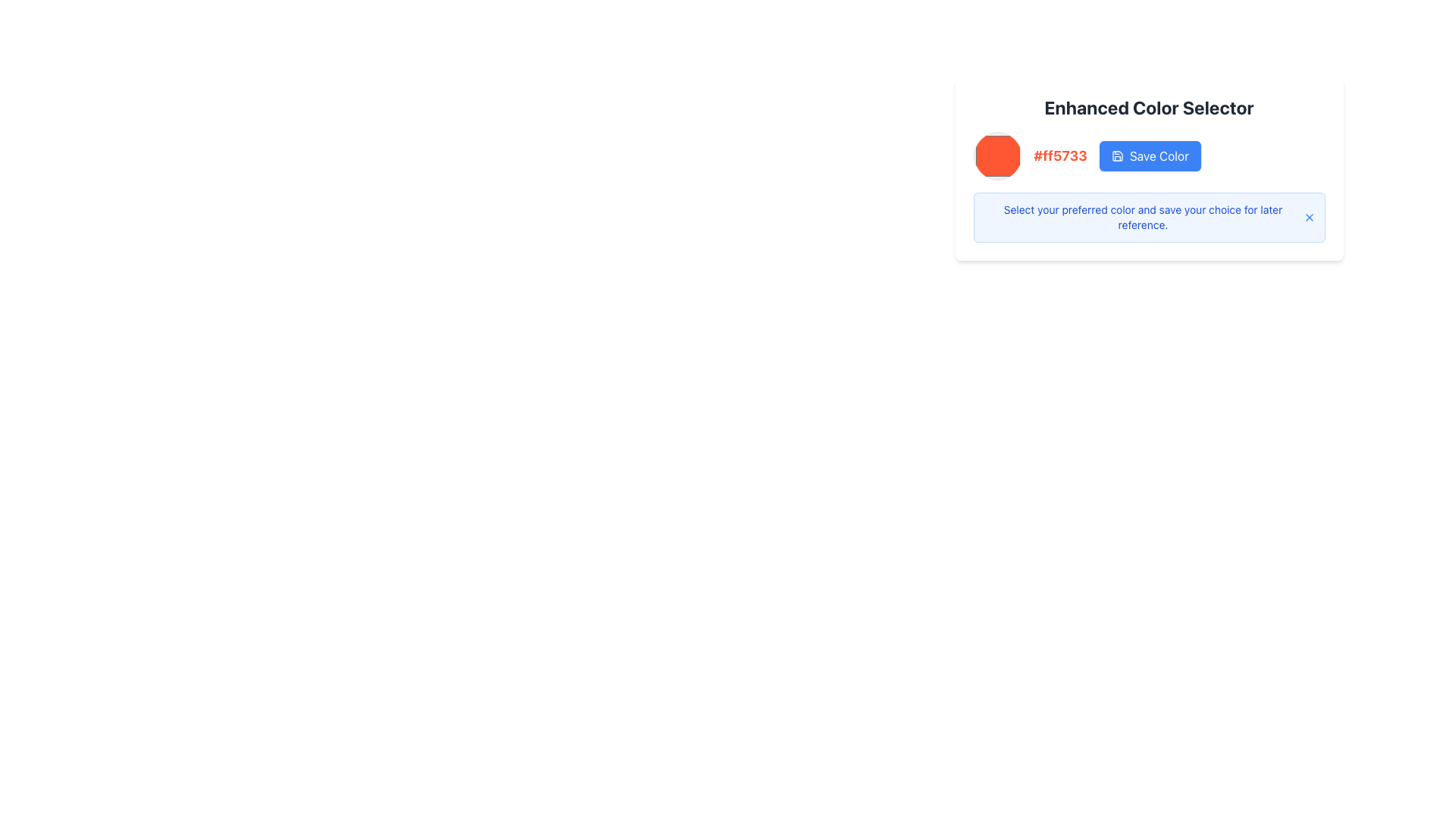 The image size is (1456, 819). Describe the element at coordinates (1149, 169) in the screenshot. I see `the 'Enhanced Color Selector' interactive color picker` at that location.